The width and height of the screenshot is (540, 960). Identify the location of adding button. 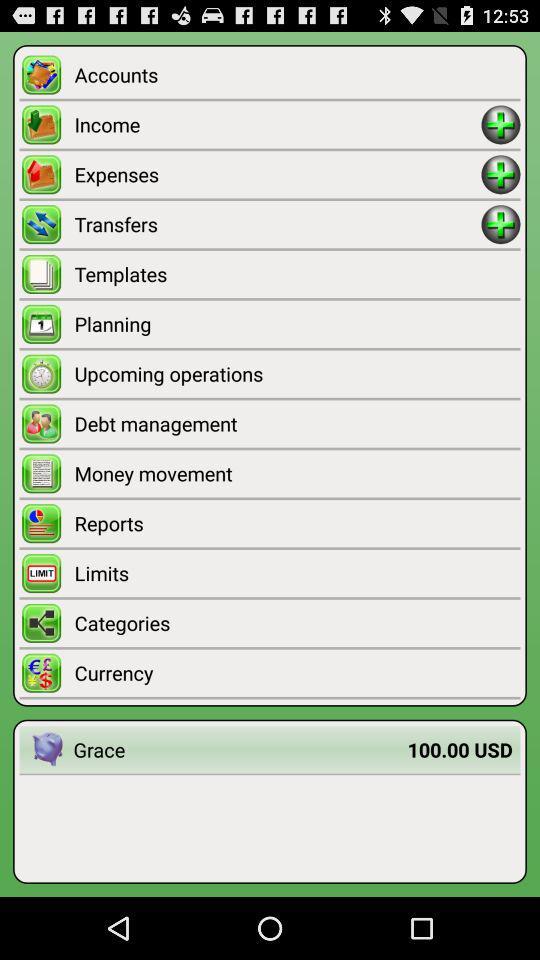
(500, 123).